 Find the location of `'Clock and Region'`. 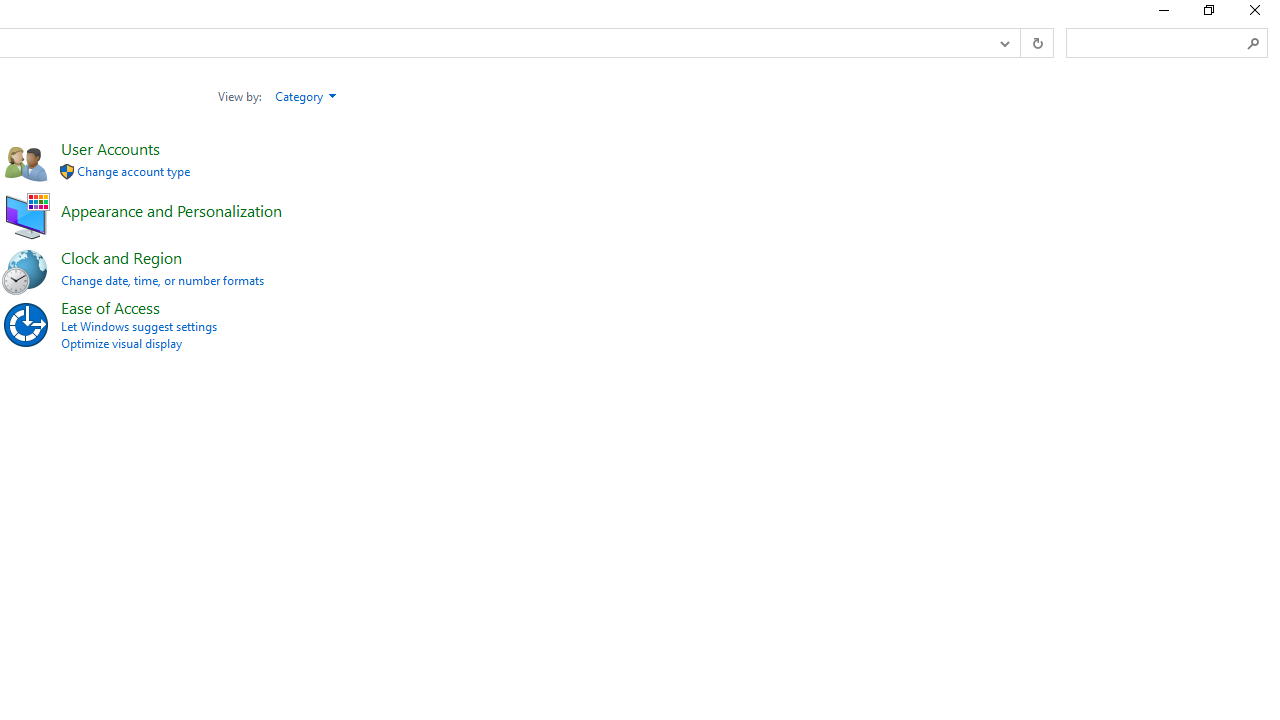

'Clock and Region' is located at coordinates (120, 256).